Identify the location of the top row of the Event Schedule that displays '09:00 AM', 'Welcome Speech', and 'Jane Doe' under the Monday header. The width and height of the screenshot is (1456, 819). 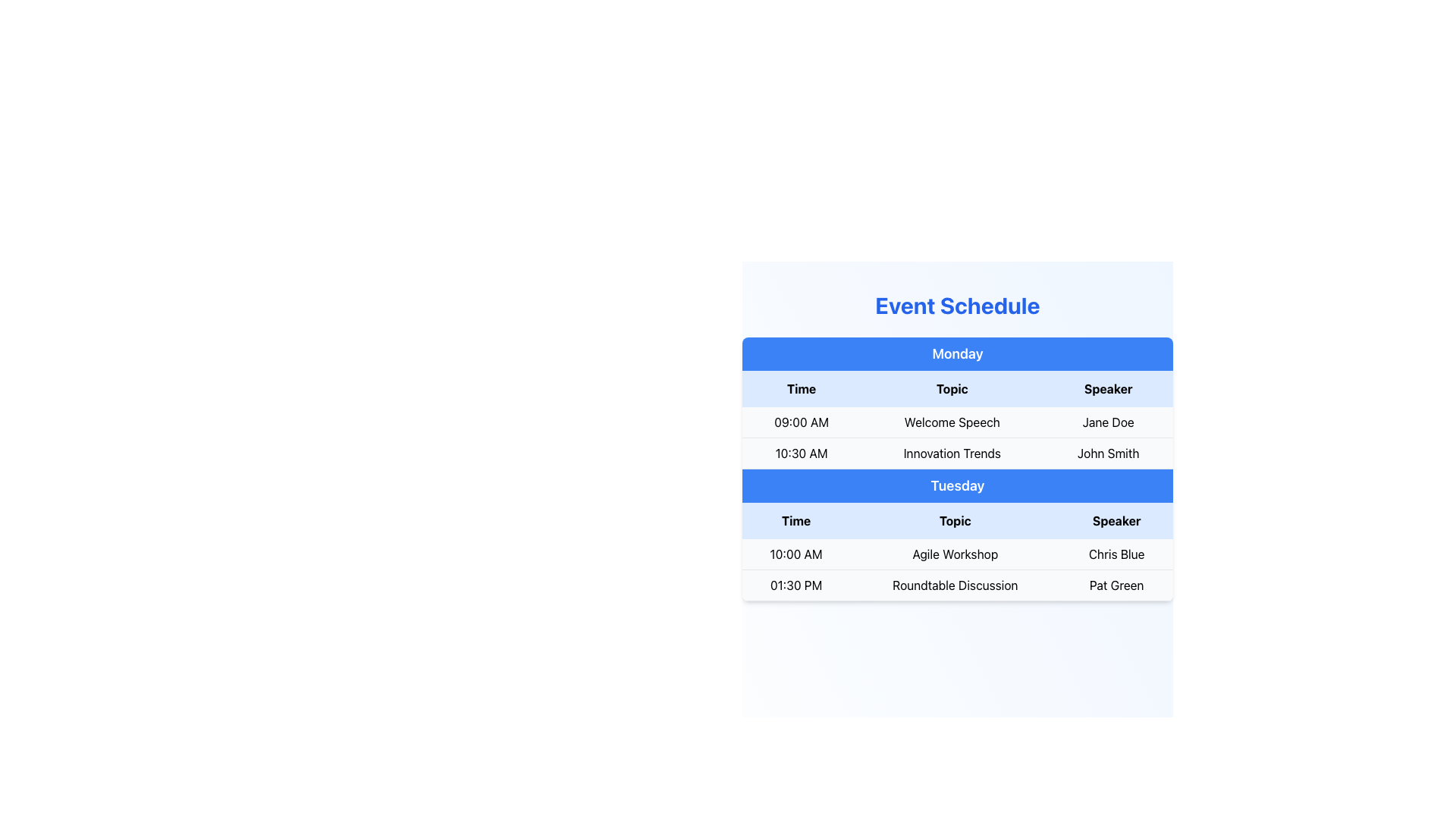
(956, 422).